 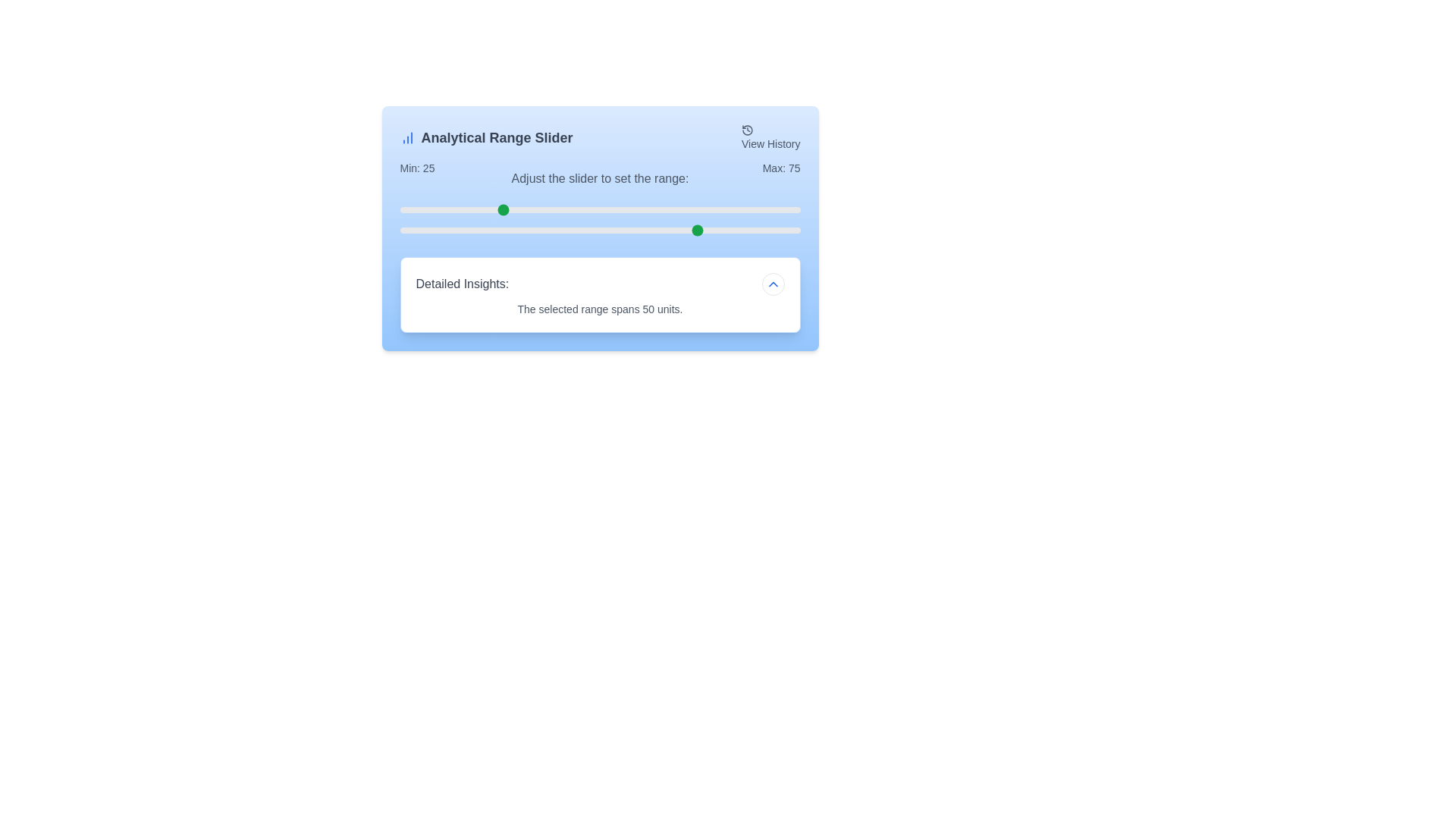 What do you see at coordinates (504, 210) in the screenshot?
I see `the minimum range slider to 26` at bounding box center [504, 210].